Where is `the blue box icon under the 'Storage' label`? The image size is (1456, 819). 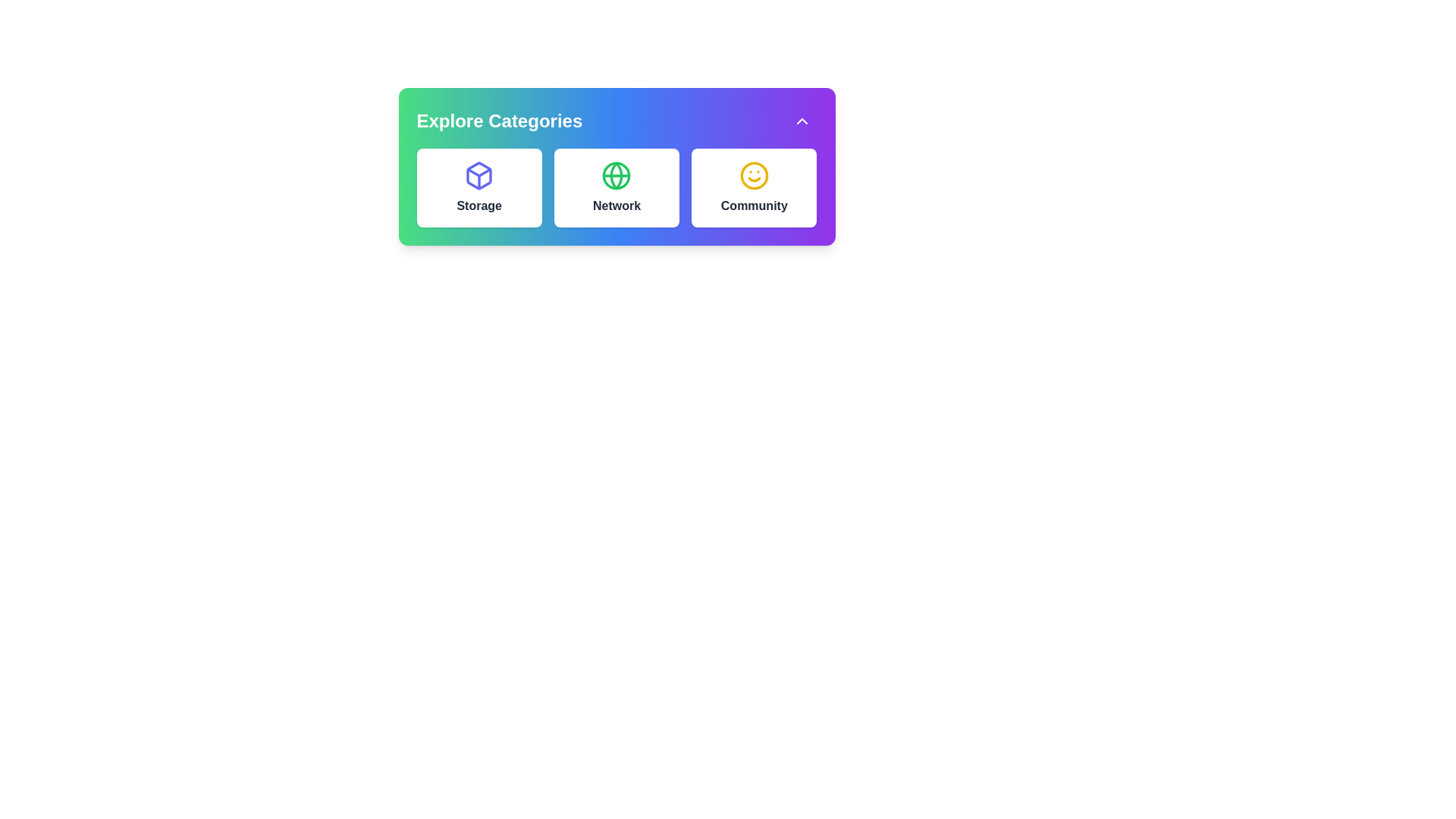
the blue box icon under the 'Storage' label is located at coordinates (479, 174).